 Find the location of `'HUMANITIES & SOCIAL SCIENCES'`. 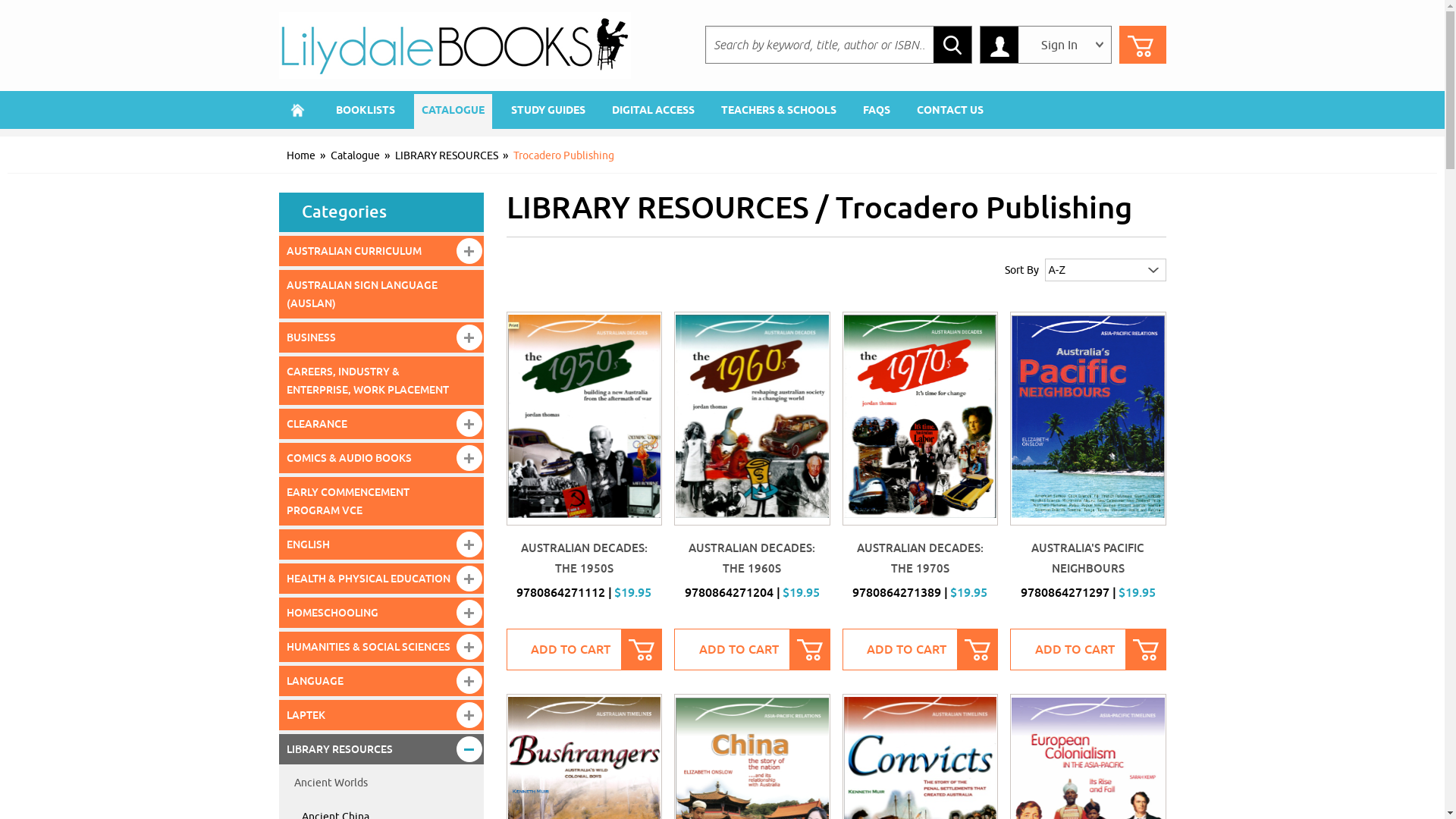

'HUMANITIES & SOCIAL SCIENCES' is located at coordinates (381, 646).